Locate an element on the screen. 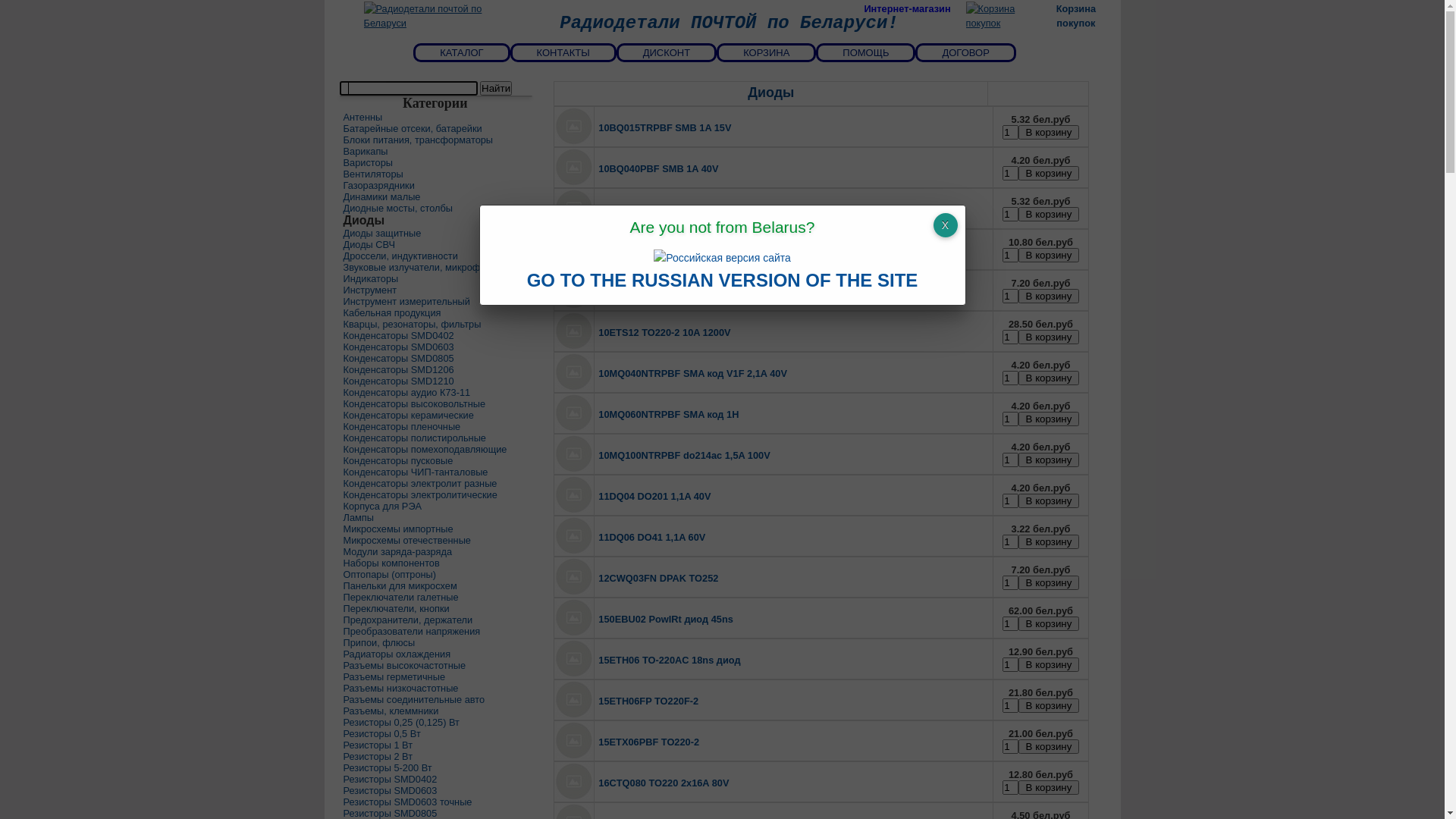 This screenshot has width=1456, height=819. '15ETH06FP TO220F-2' is located at coordinates (648, 701).